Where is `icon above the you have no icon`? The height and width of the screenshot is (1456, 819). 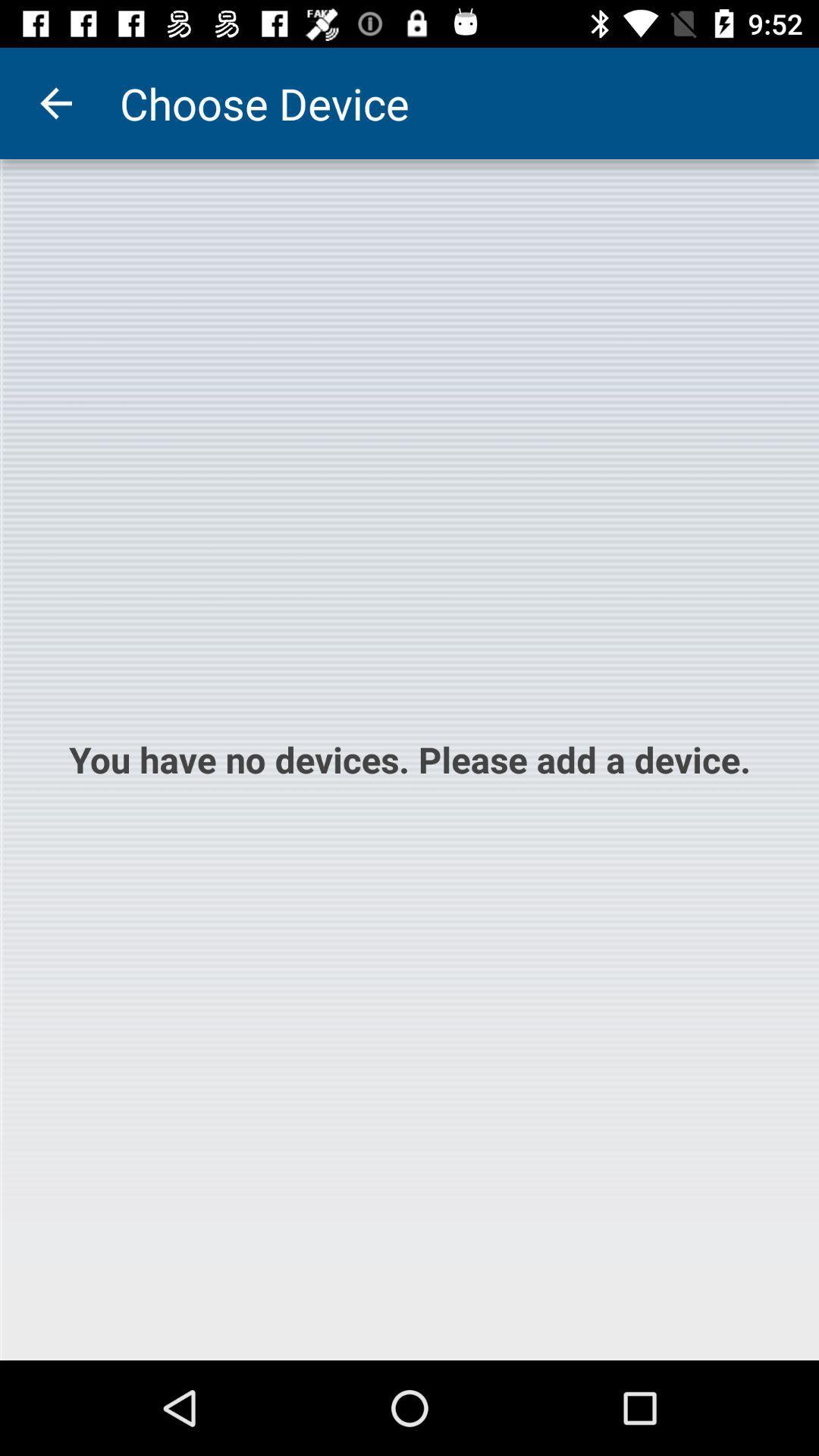
icon above the you have no icon is located at coordinates (55, 102).